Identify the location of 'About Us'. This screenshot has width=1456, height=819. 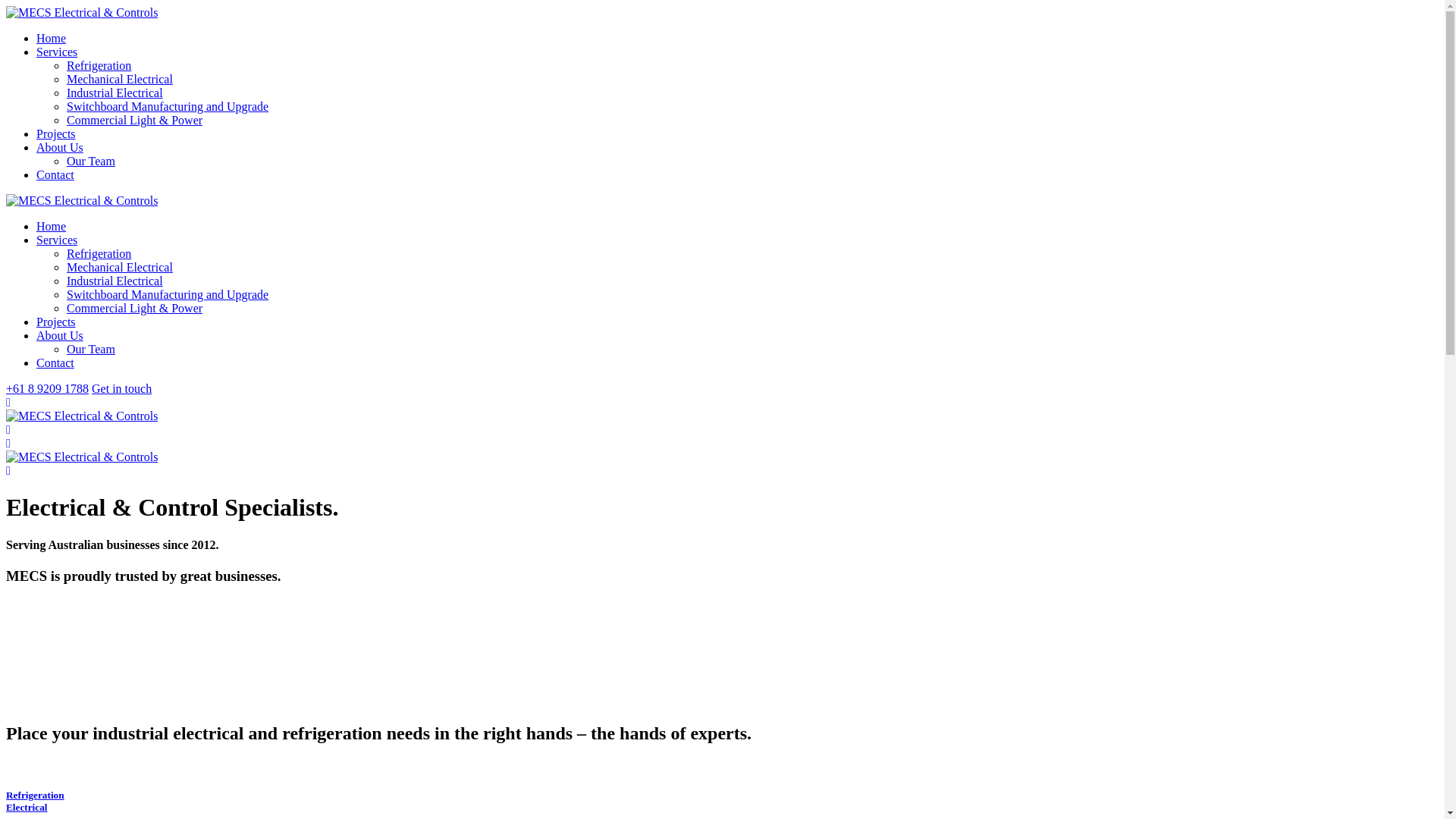
(59, 334).